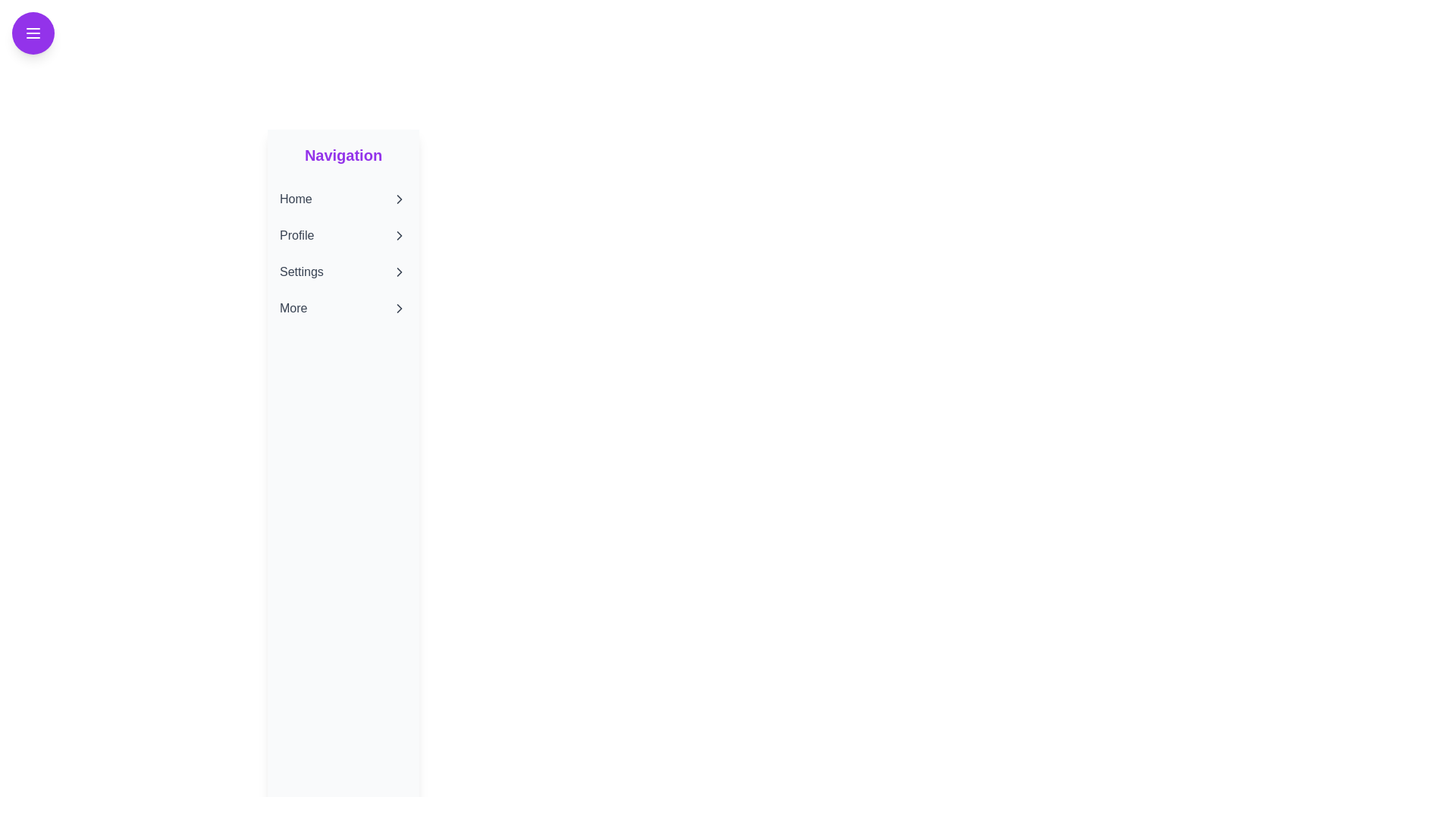 The image size is (1456, 819). I want to click on the navigation menu item More, so click(342, 308).